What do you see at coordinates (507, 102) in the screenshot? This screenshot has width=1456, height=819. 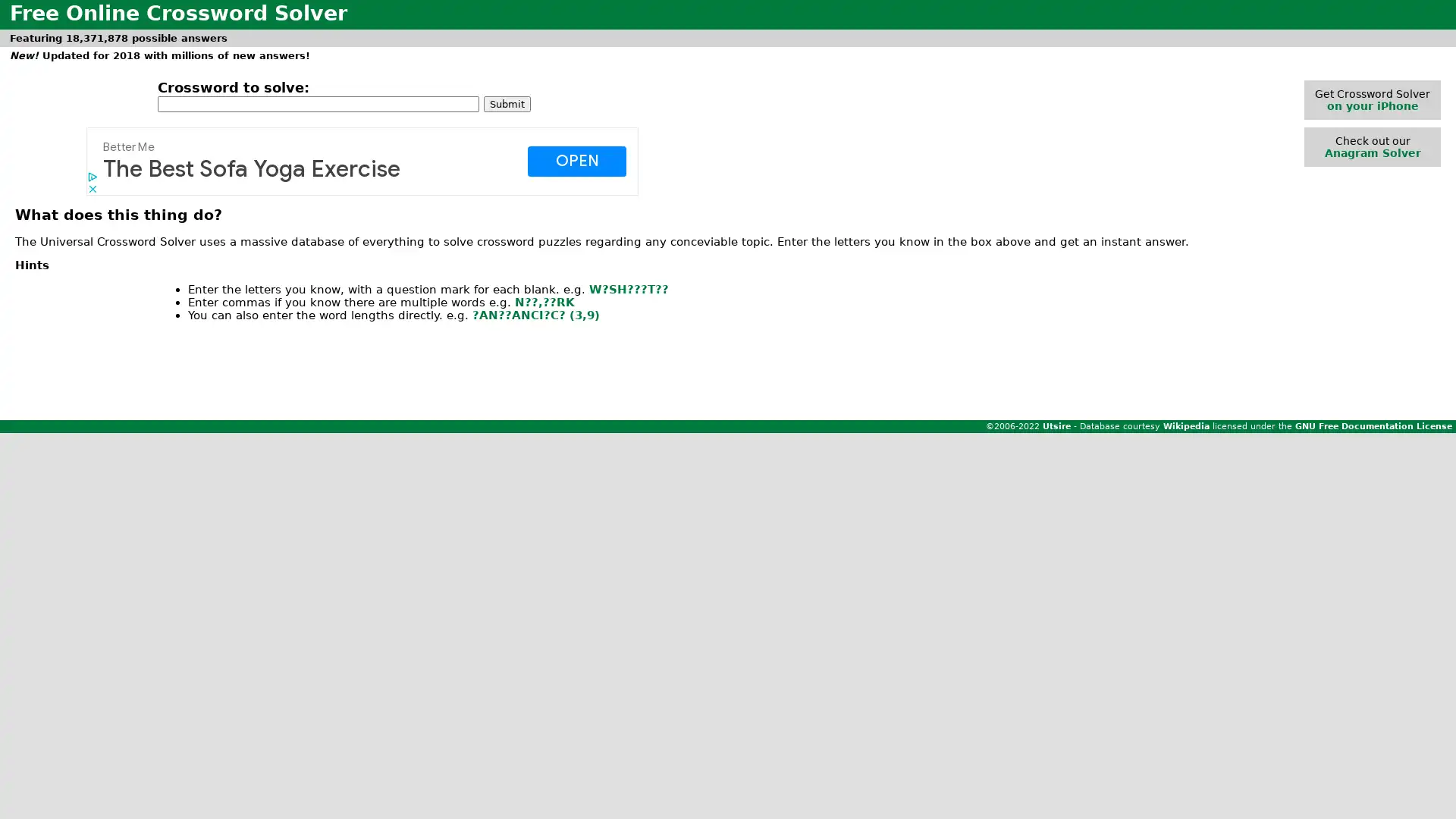 I see `Submit` at bounding box center [507, 102].